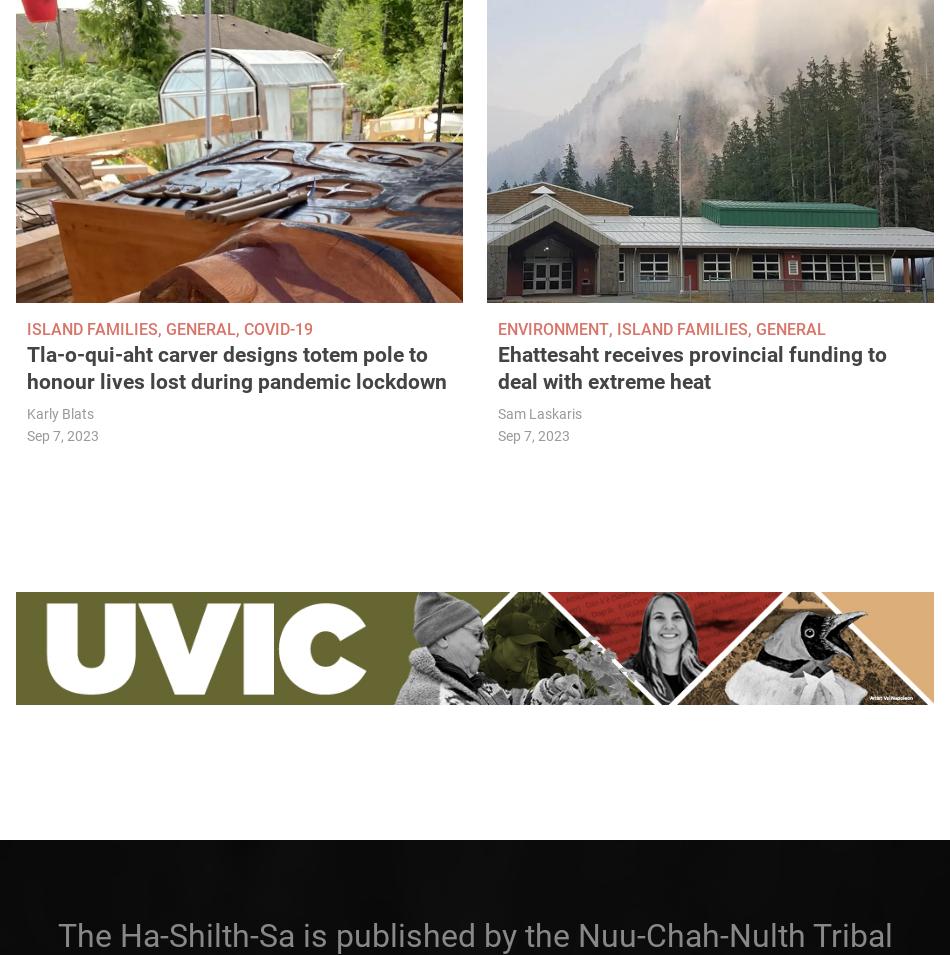 This screenshot has height=955, width=950. I want to click on 'Ehattesaht receives provincial funding to deal with extreme heat', so click(692, 367).